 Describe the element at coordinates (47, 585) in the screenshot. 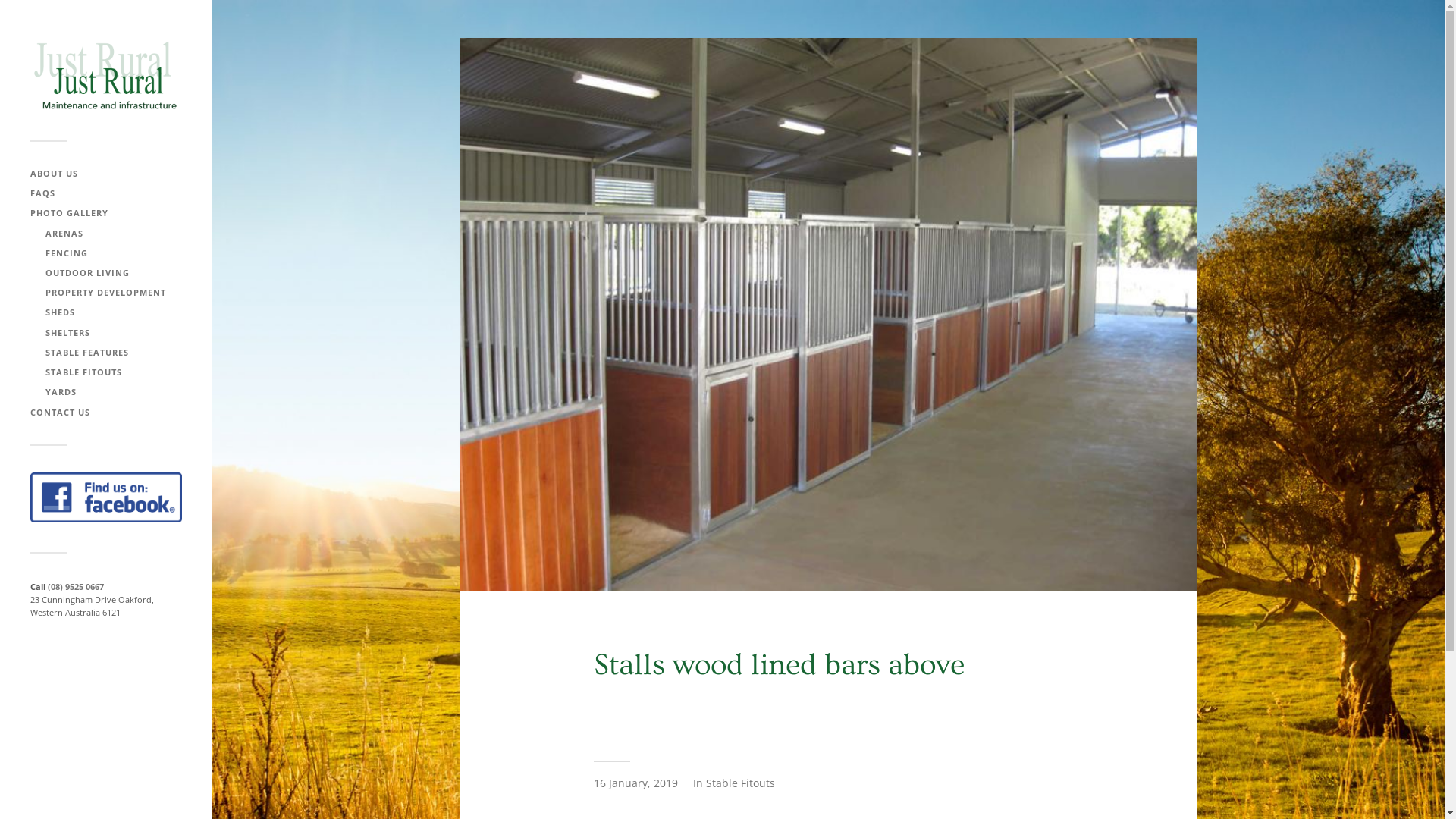

I see `'(08) 9525 0667'` at that location.